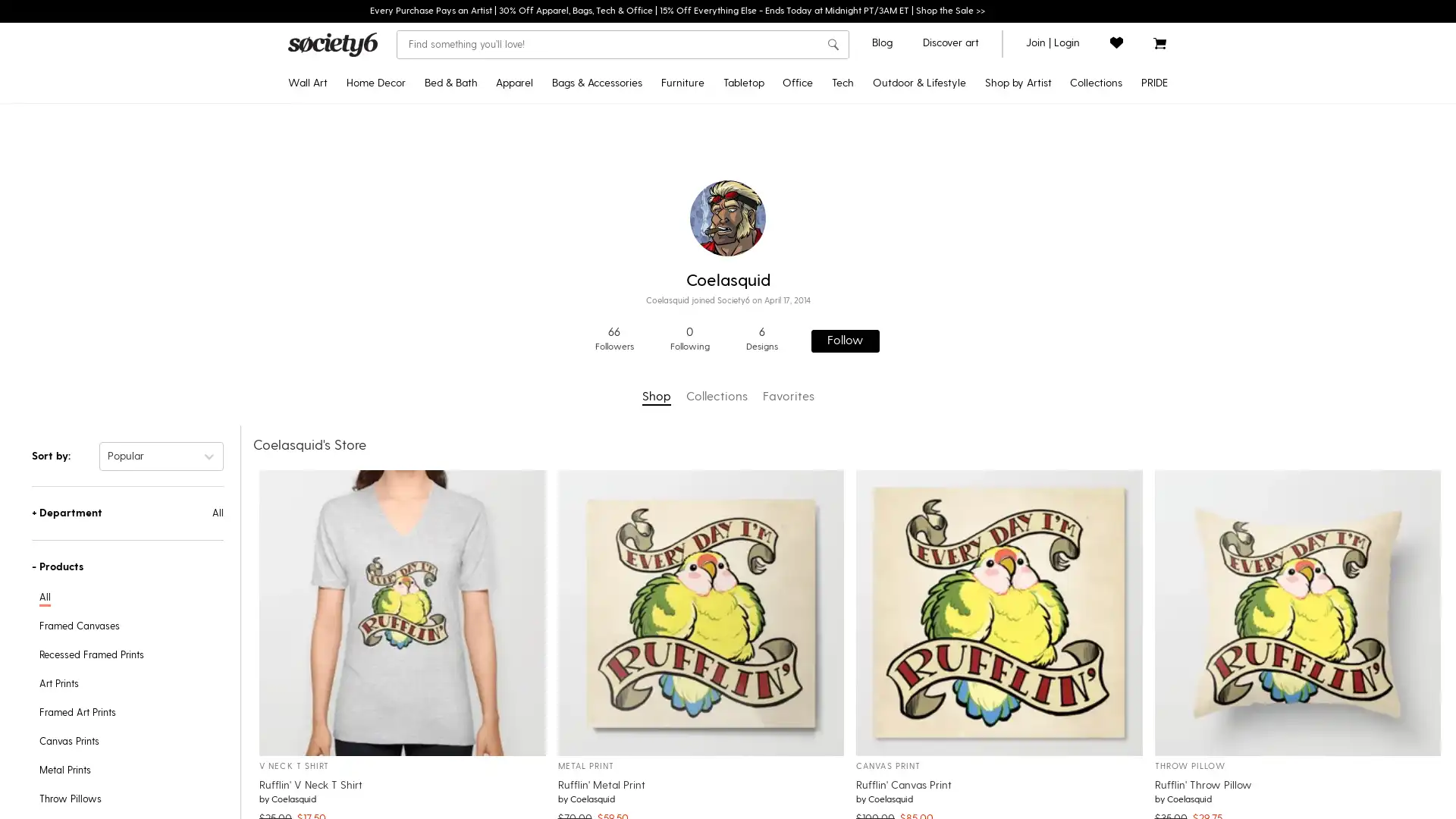 This screenshot has height=819, width=1456. Describe the element at coordinates (939, 463) in the screenshot. I see `Sun Shades` at that location.